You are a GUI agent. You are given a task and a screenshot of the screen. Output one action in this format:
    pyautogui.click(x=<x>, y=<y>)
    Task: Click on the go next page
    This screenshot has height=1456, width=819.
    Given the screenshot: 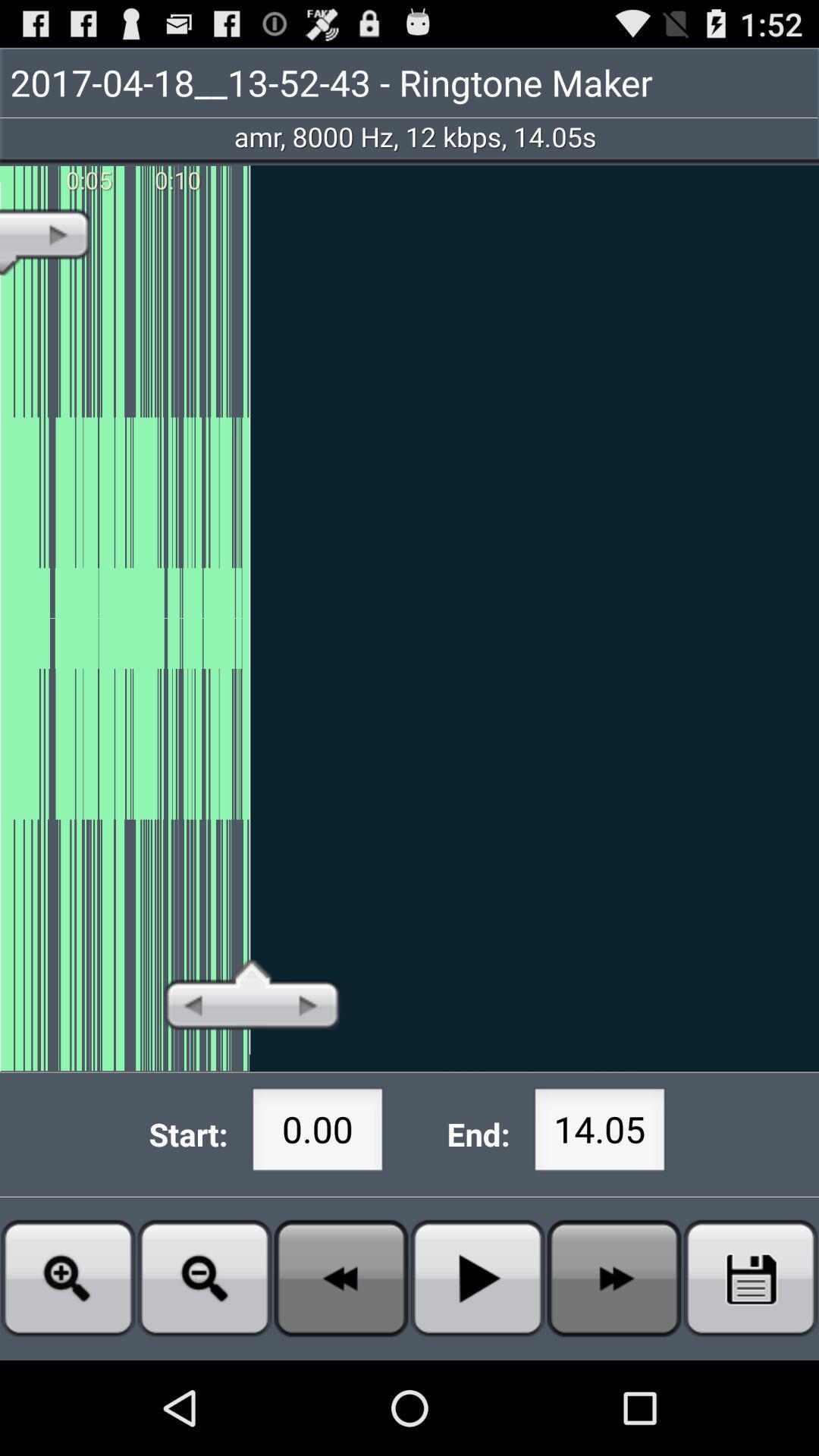 What is the action you would take?
    pyautogui.click(x=614, y=1277)
    